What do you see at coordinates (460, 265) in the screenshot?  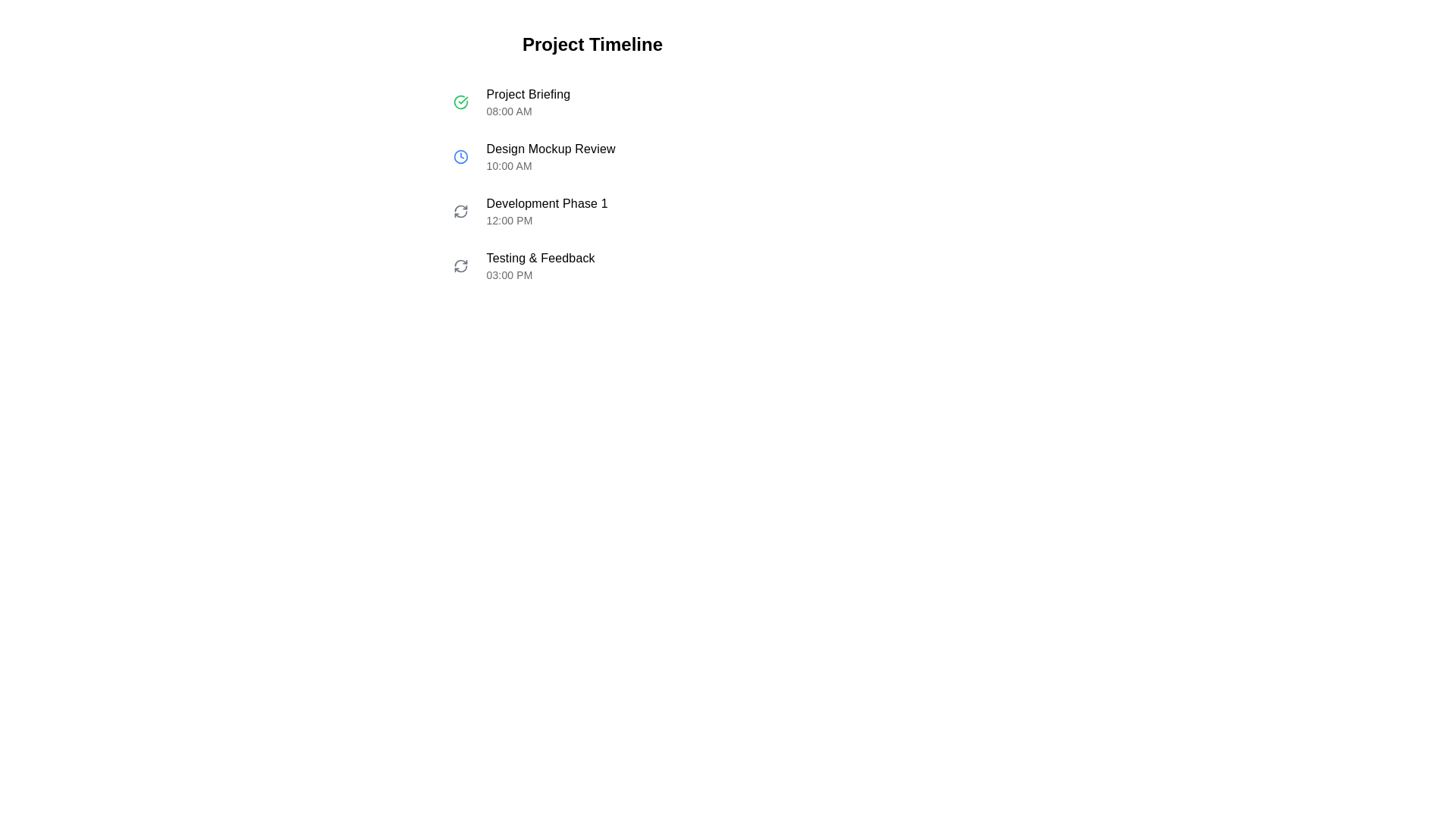 I see `the circular refresh icon featuring two arrows, located in the list item labeled 'Testing & Feedback 03:00 PM'` at bounding box center [460, 265].